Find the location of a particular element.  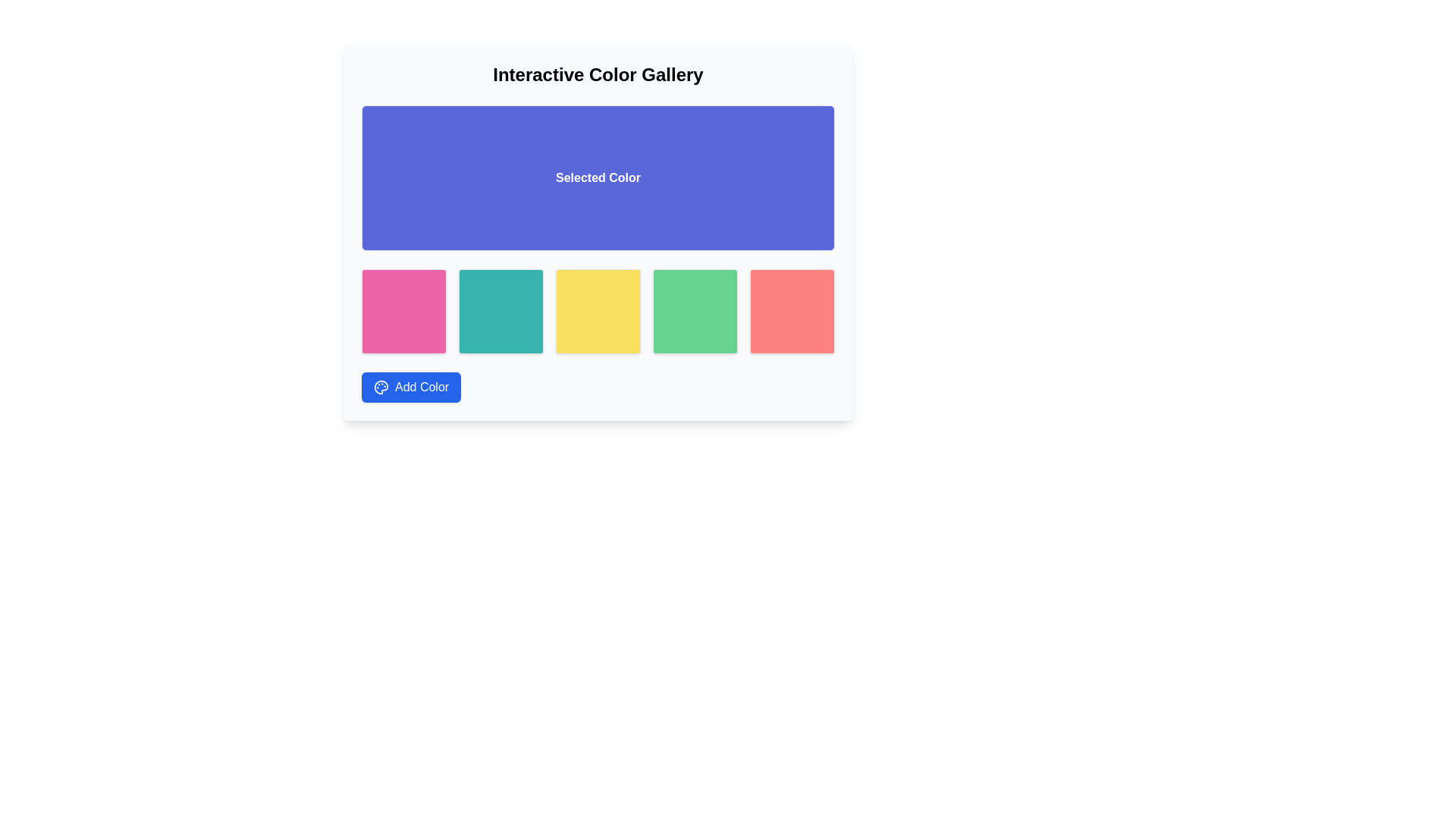

the bright red button-like visual element with rounded edges located at the bottom-right corner of the grid structure is located at coordinates (792, 311).